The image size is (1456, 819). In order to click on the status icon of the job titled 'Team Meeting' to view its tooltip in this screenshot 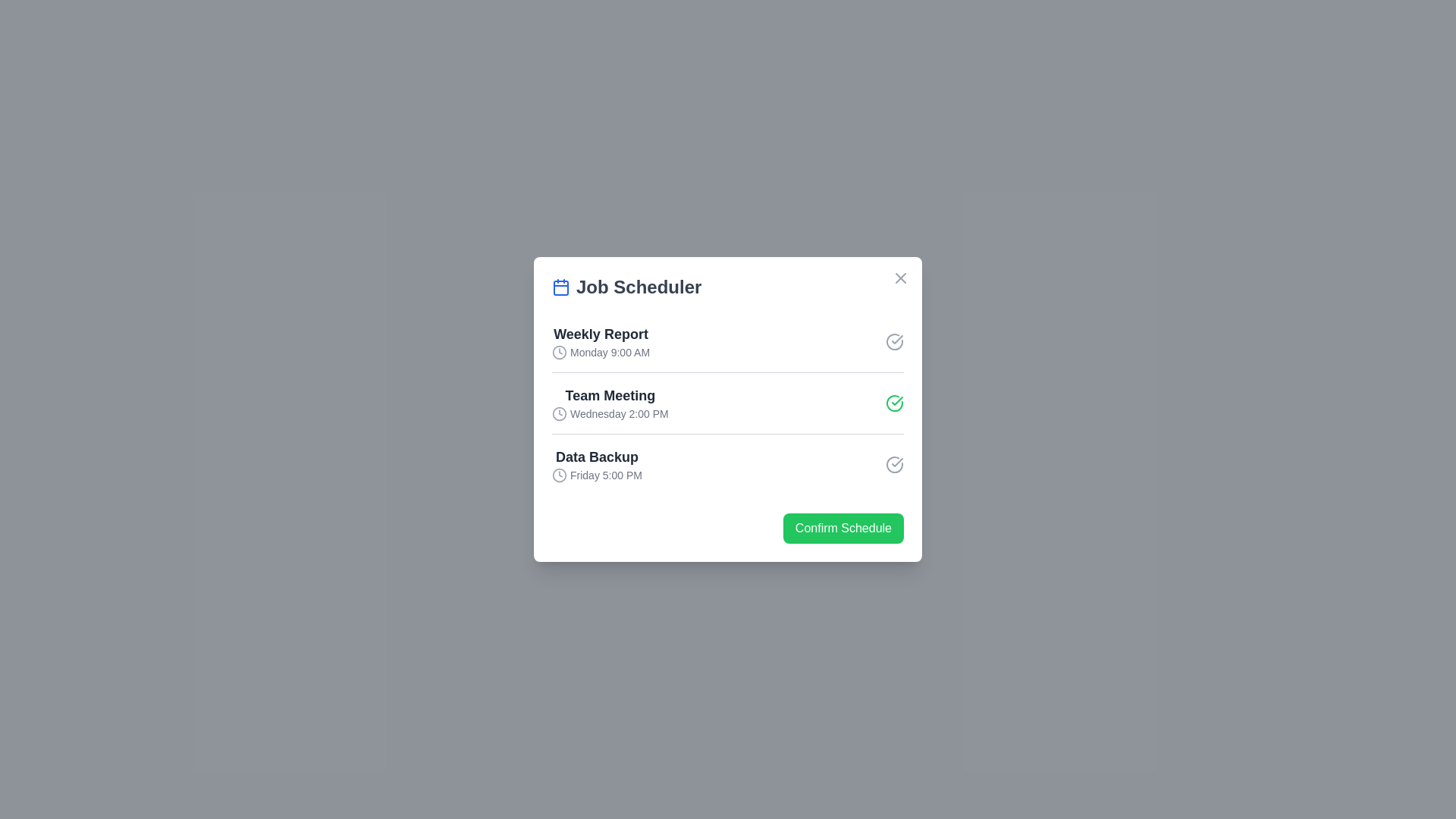, I will do `click(895, 403)`.